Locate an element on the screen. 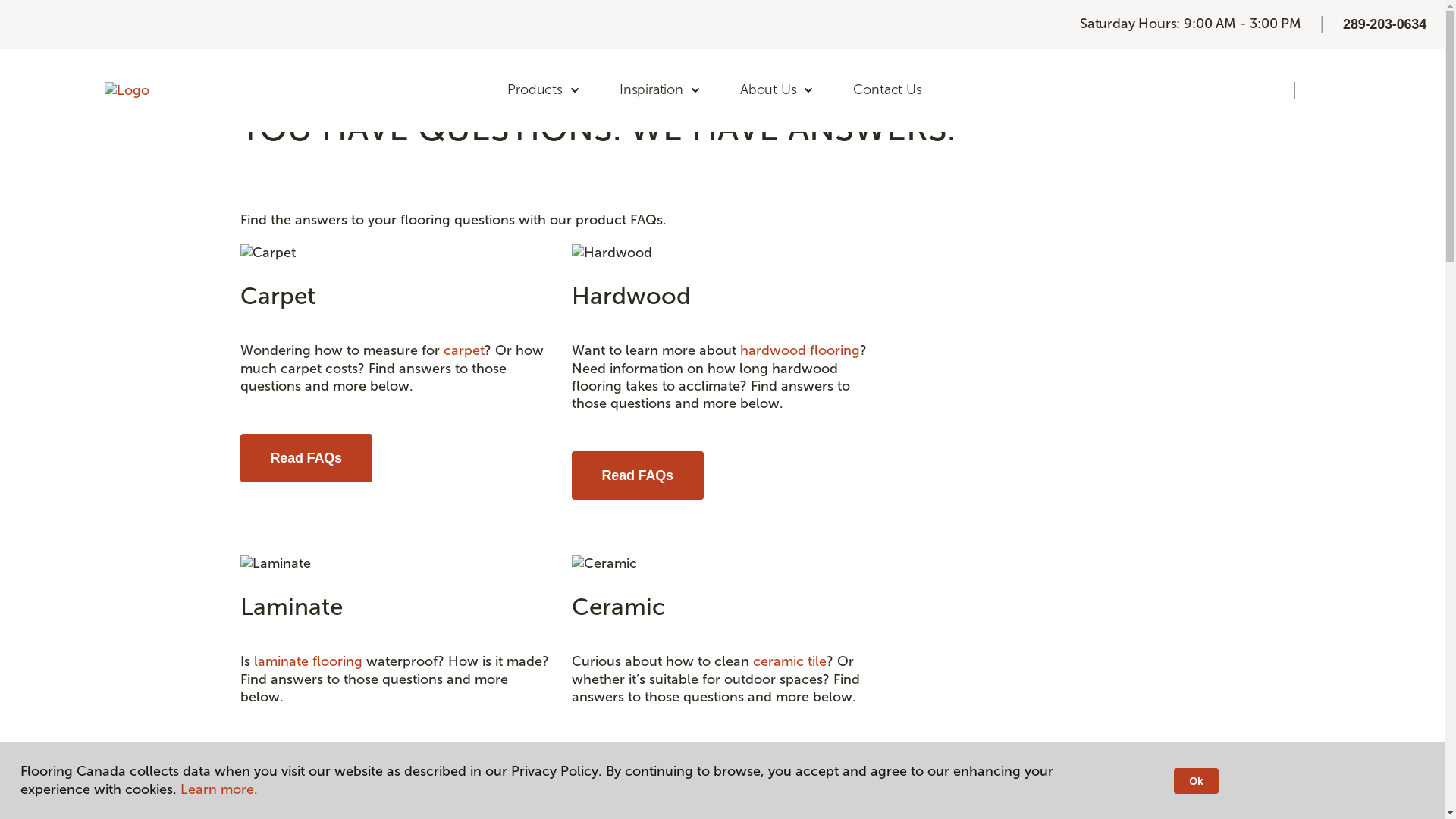 The width and height of the screenshot is (1456, 819). 'Read FAQs' is located at coordinates (305, 769).